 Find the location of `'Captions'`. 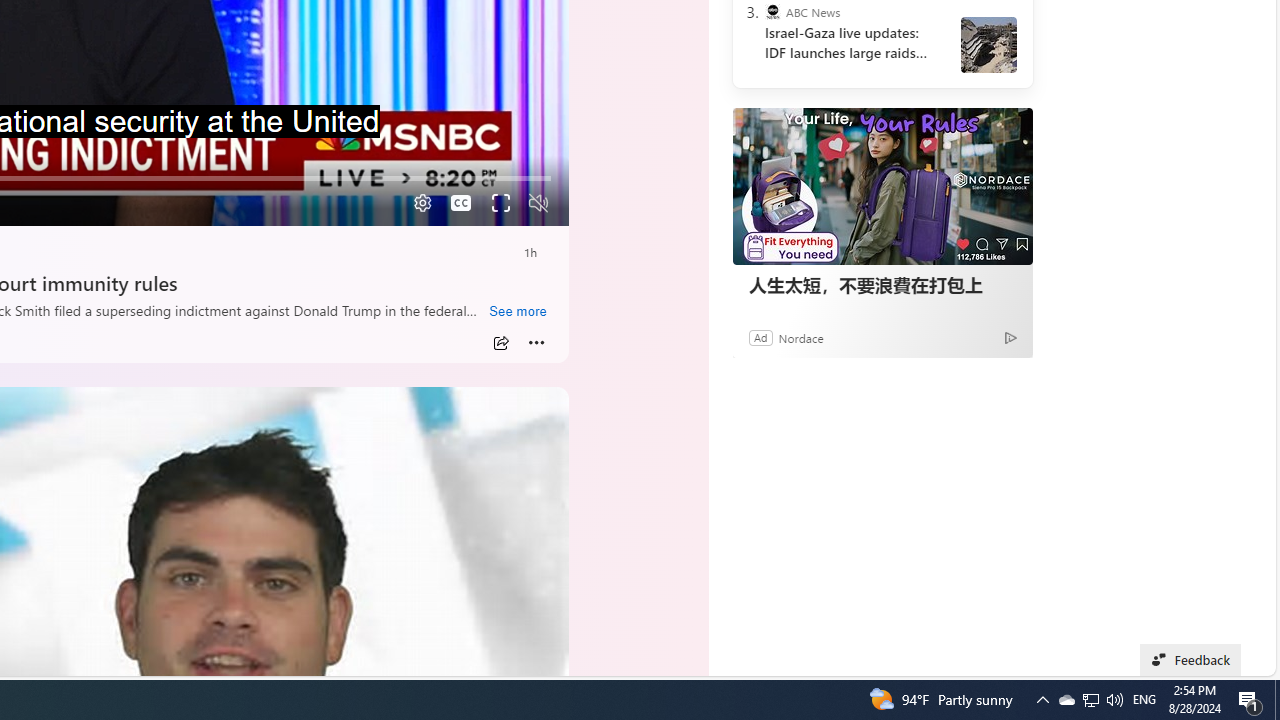

'Captions' is located at coordinates (460, 203).